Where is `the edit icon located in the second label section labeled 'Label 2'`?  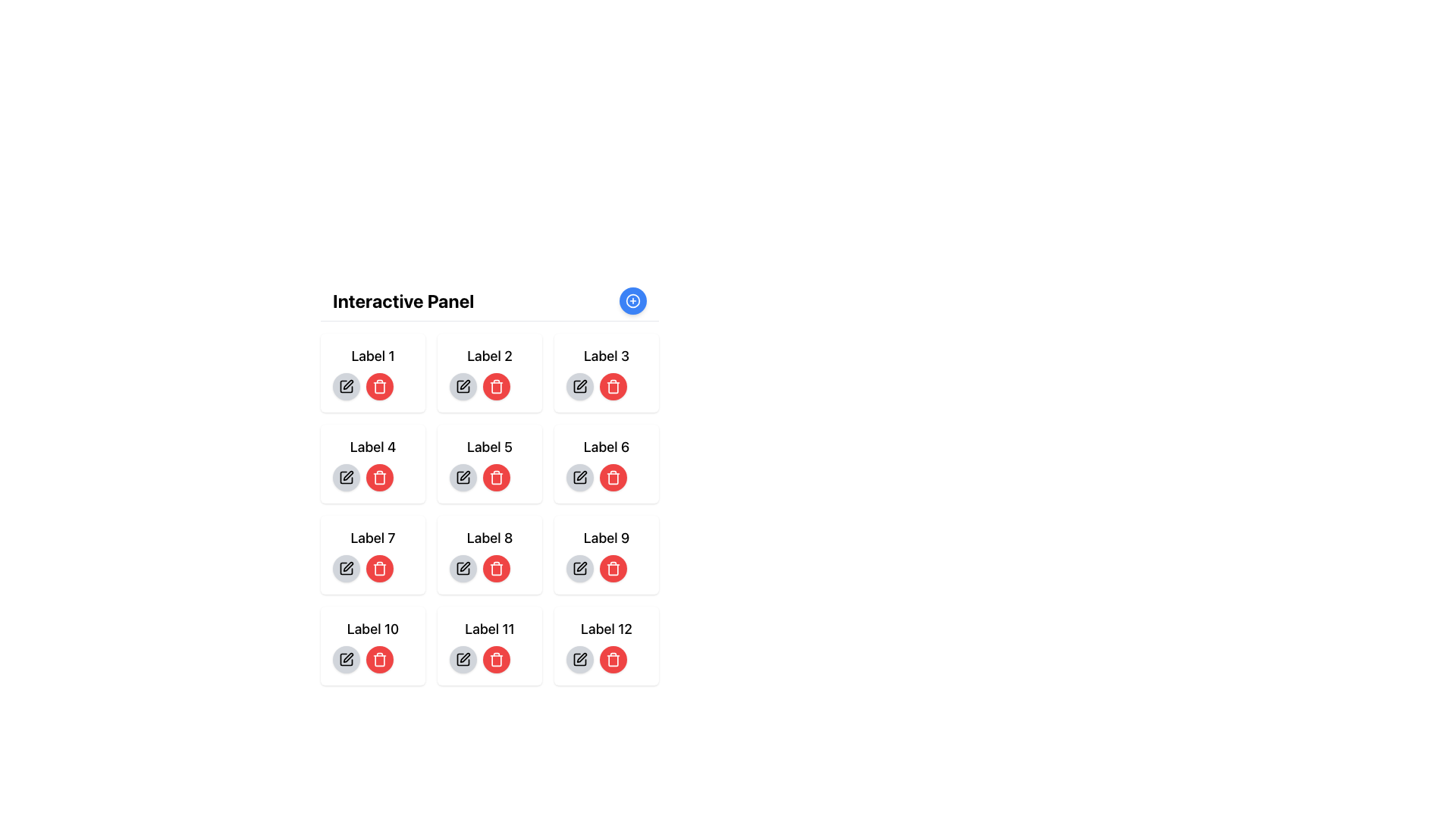
the edit icon located in the second label section labeled 'Label 2' is located at coordinates (462, 385).